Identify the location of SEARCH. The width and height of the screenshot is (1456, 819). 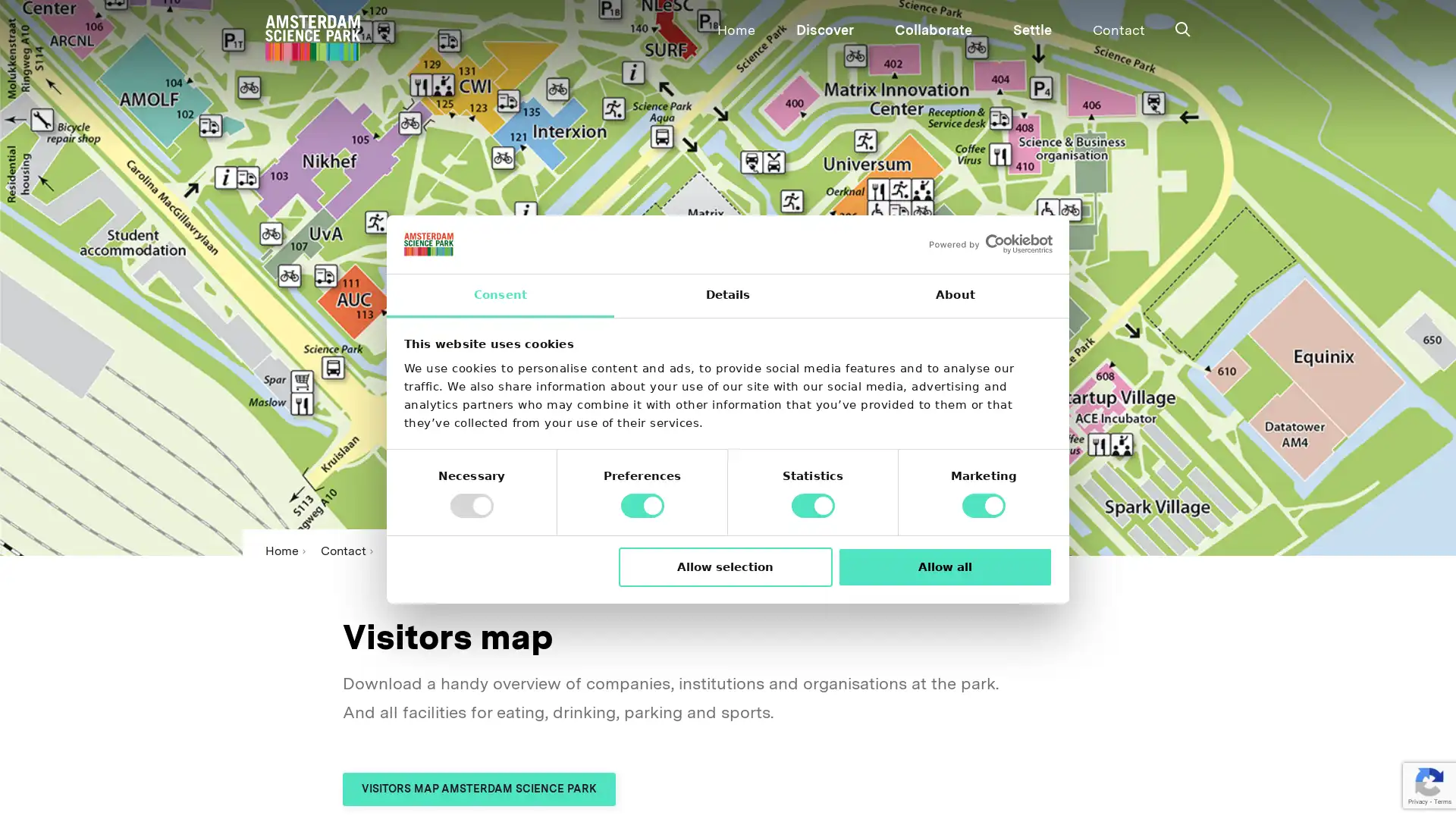
(711, 27).